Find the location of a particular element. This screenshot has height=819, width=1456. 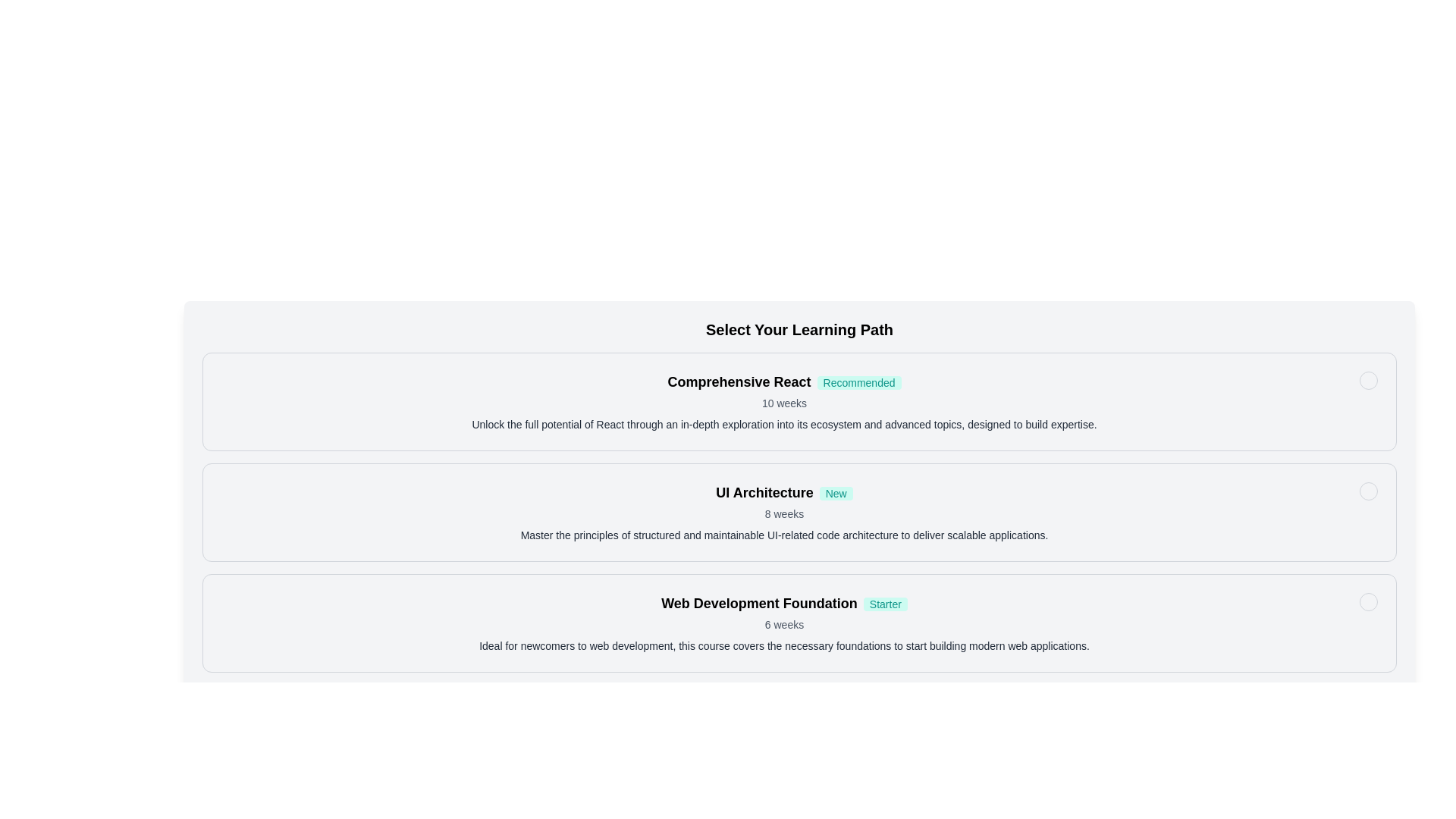

the Text Display Section that includes the title 'UI Architecture', the label 'New', the duration '8 weeks', and the course objectives description is located at coordinates (784, 512).